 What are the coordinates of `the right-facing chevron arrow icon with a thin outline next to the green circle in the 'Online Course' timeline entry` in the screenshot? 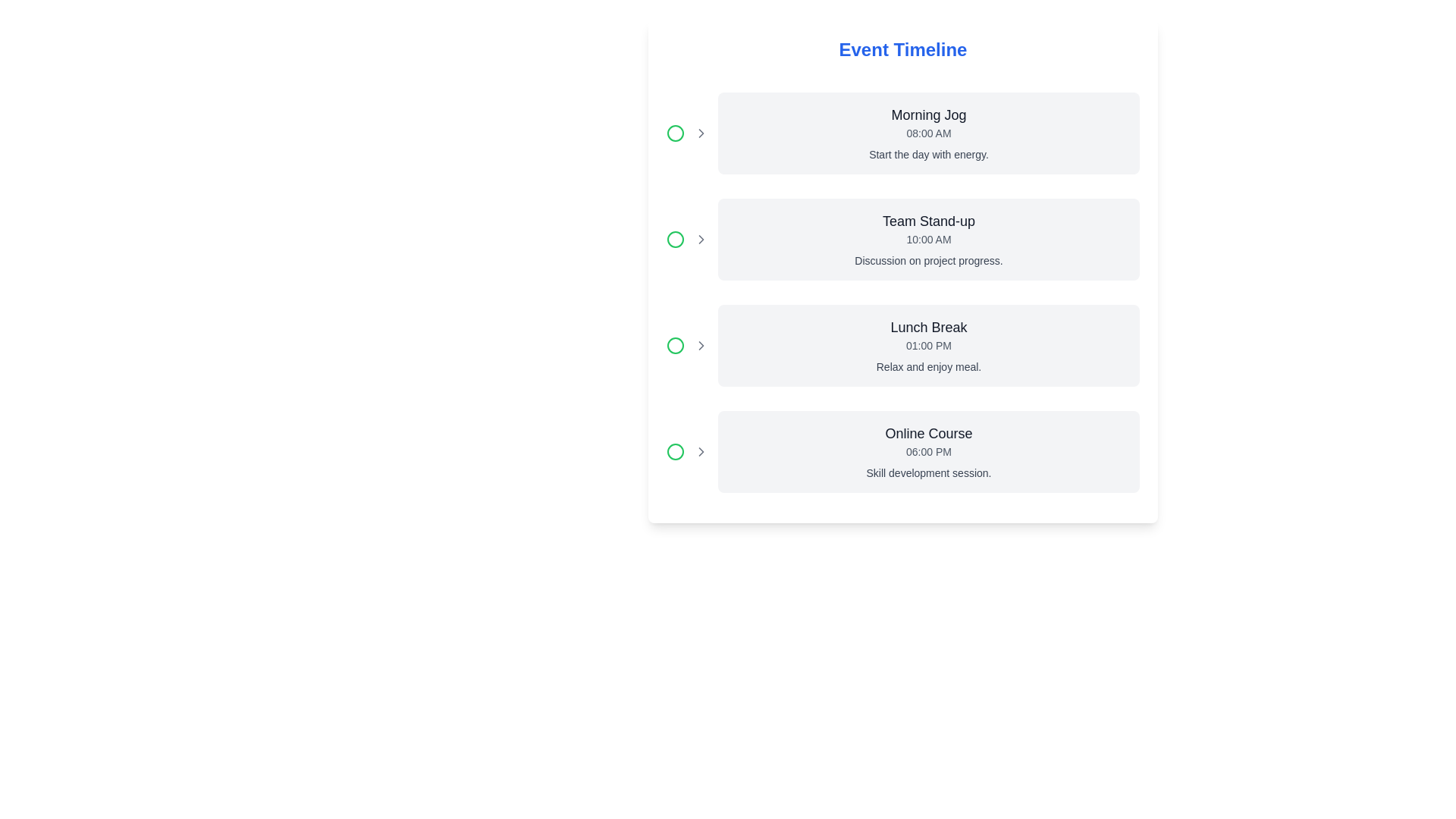 It's located at (701, 451).